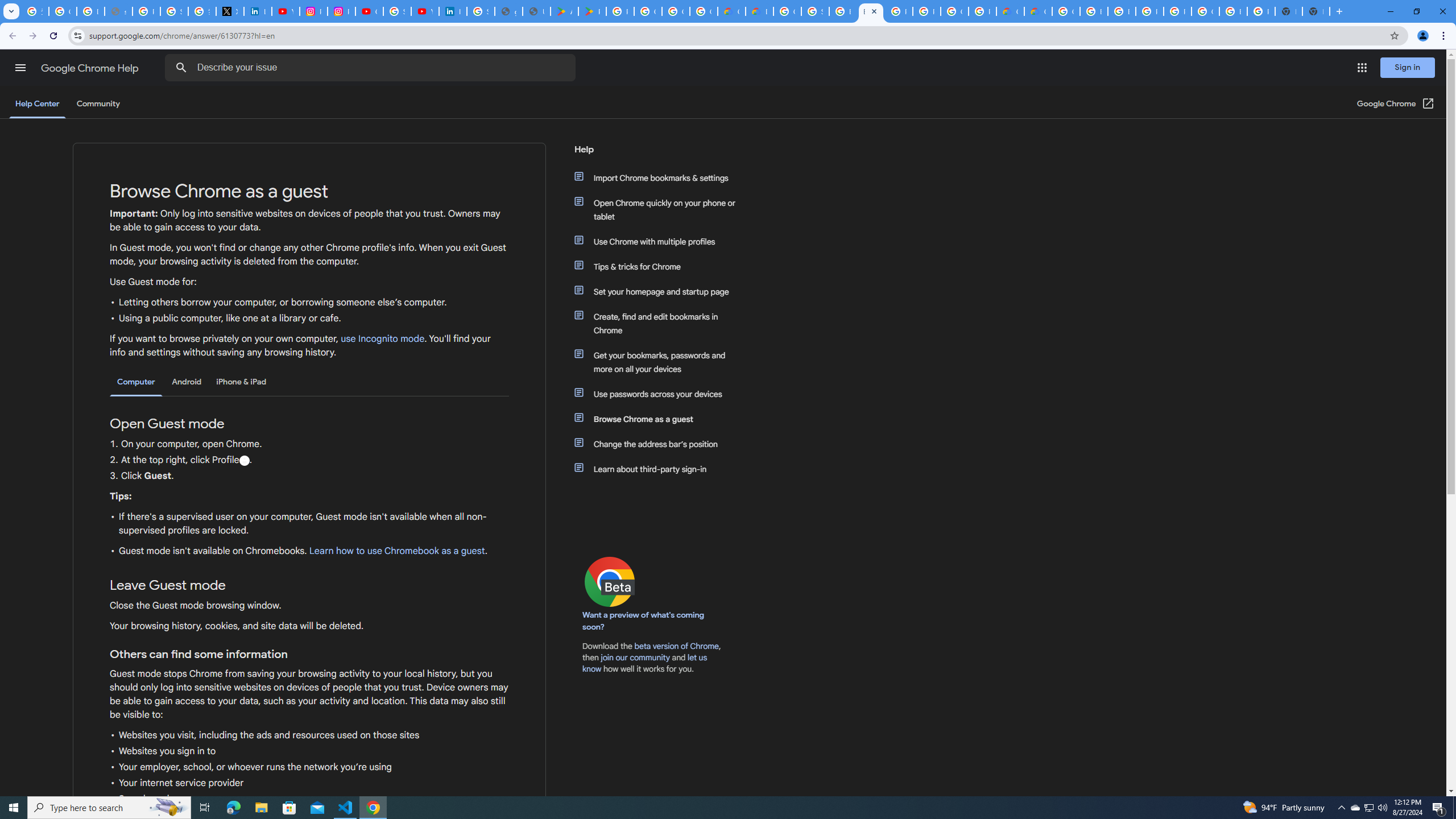  Describe the element at coordinates (661, 394) in the screenshot. I see `'Use passwords across your devices'` at that location.